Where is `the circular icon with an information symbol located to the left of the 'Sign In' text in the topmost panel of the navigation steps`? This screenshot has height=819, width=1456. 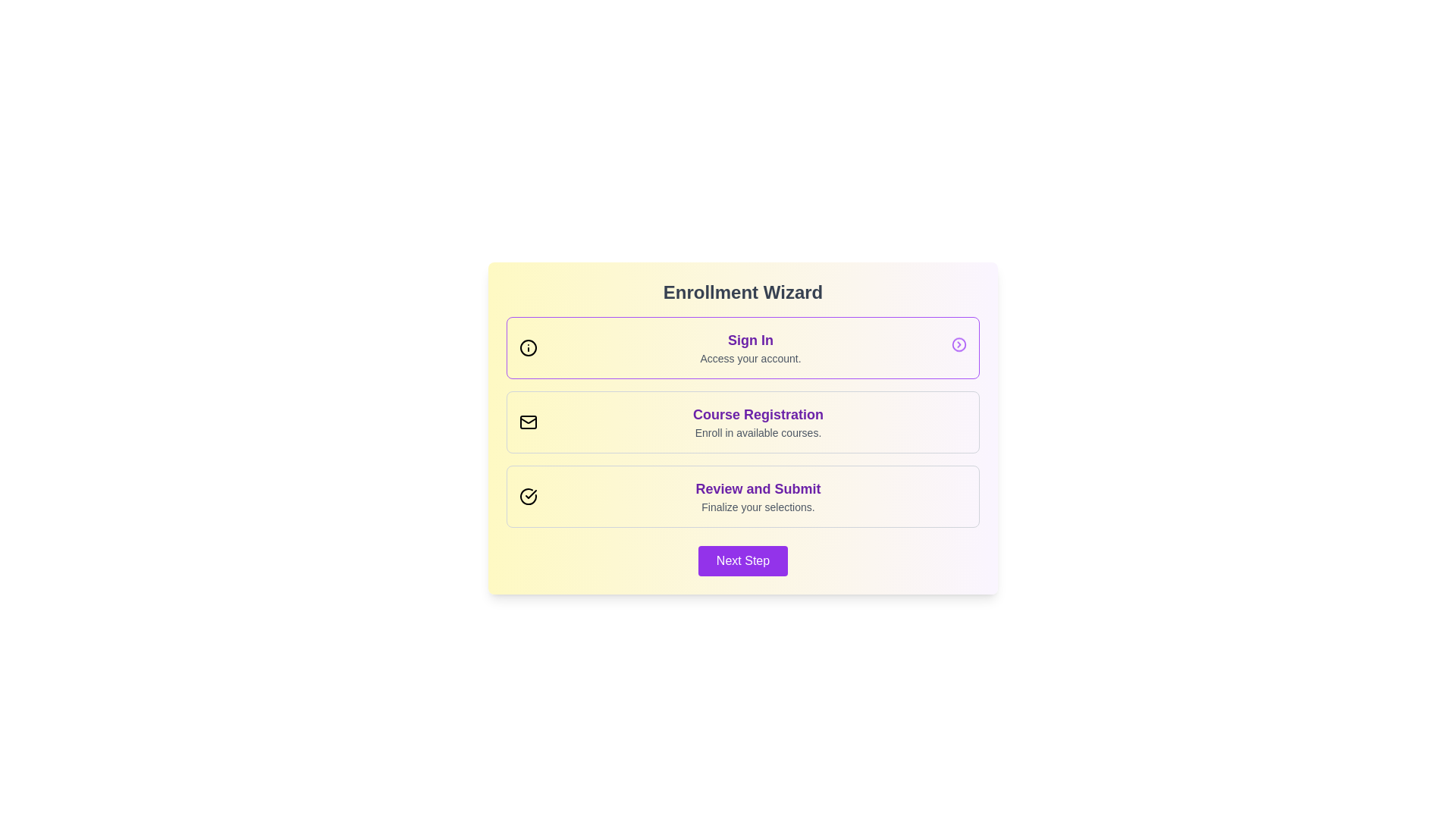
the circular icon with an information symbol located to the left of the 'Sign In' text in the topmost panel of the navigation steps is located at coordinates (528, 348).